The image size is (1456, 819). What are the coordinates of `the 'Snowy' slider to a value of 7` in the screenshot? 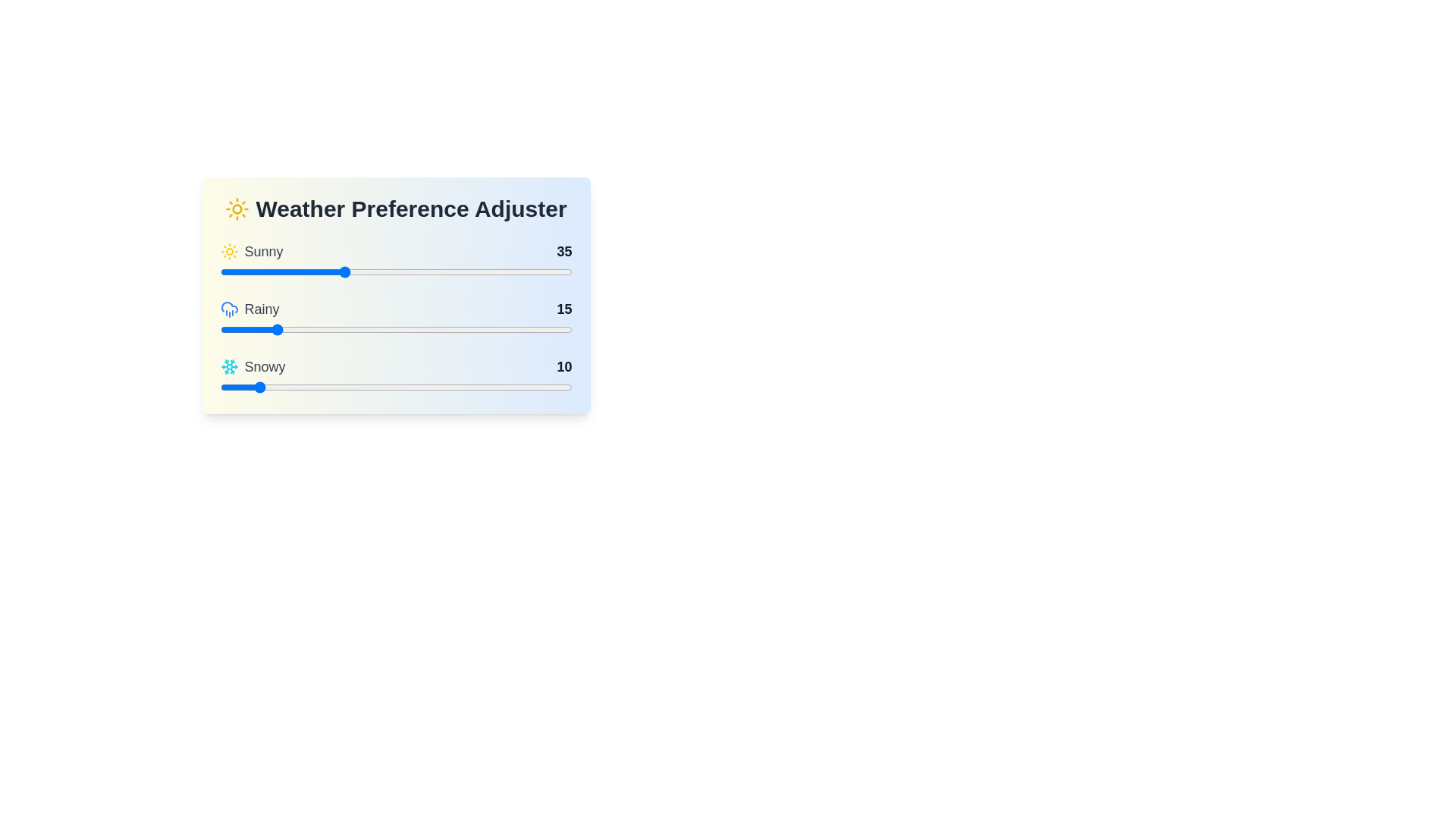 It's located at (244, 386).